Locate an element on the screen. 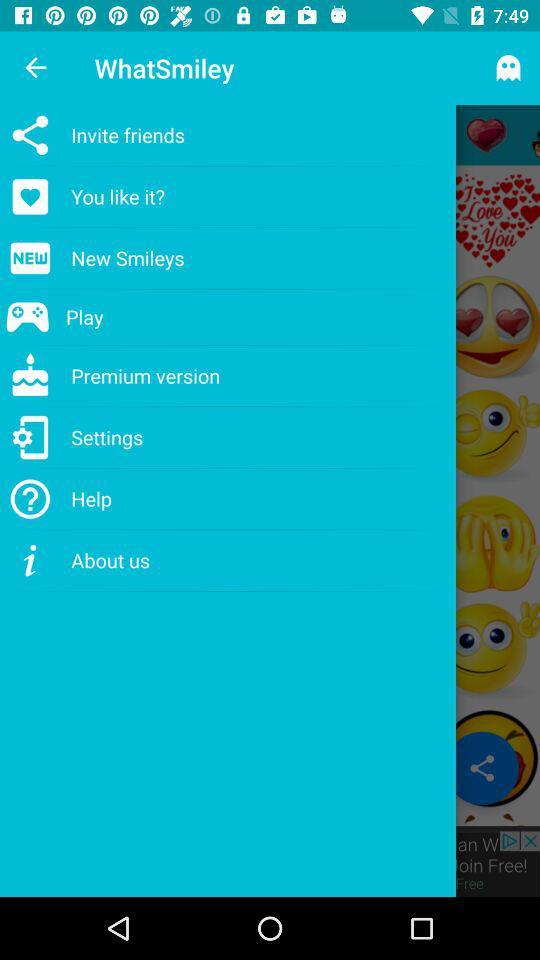 The height and width of the screenshot is (960, 540). the share icon is located at coordinates (481, 767).